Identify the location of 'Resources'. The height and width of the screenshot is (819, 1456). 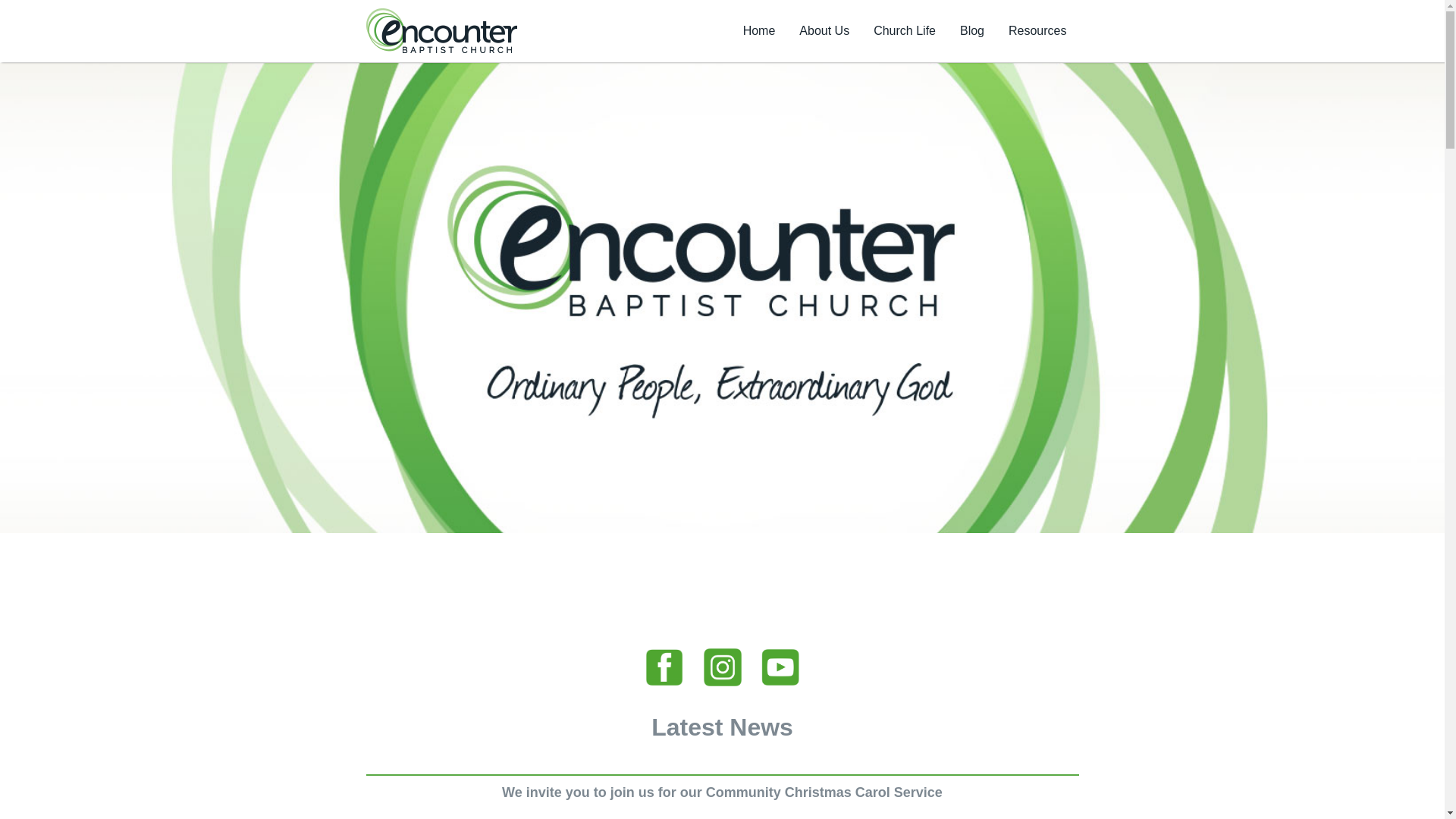
(996, 31).